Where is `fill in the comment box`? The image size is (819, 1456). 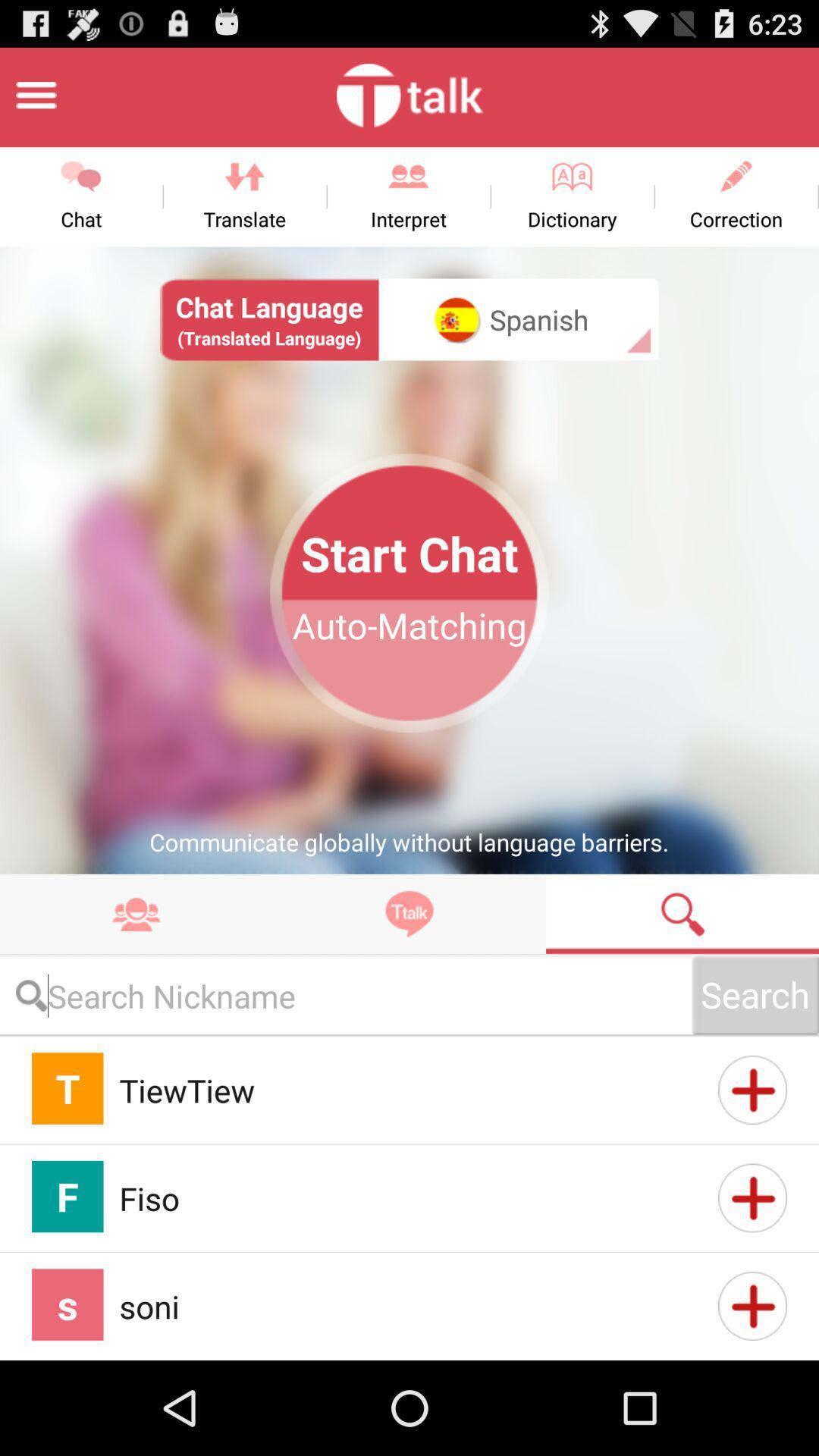
fill in the comment box is located at coordinates (345, 996).